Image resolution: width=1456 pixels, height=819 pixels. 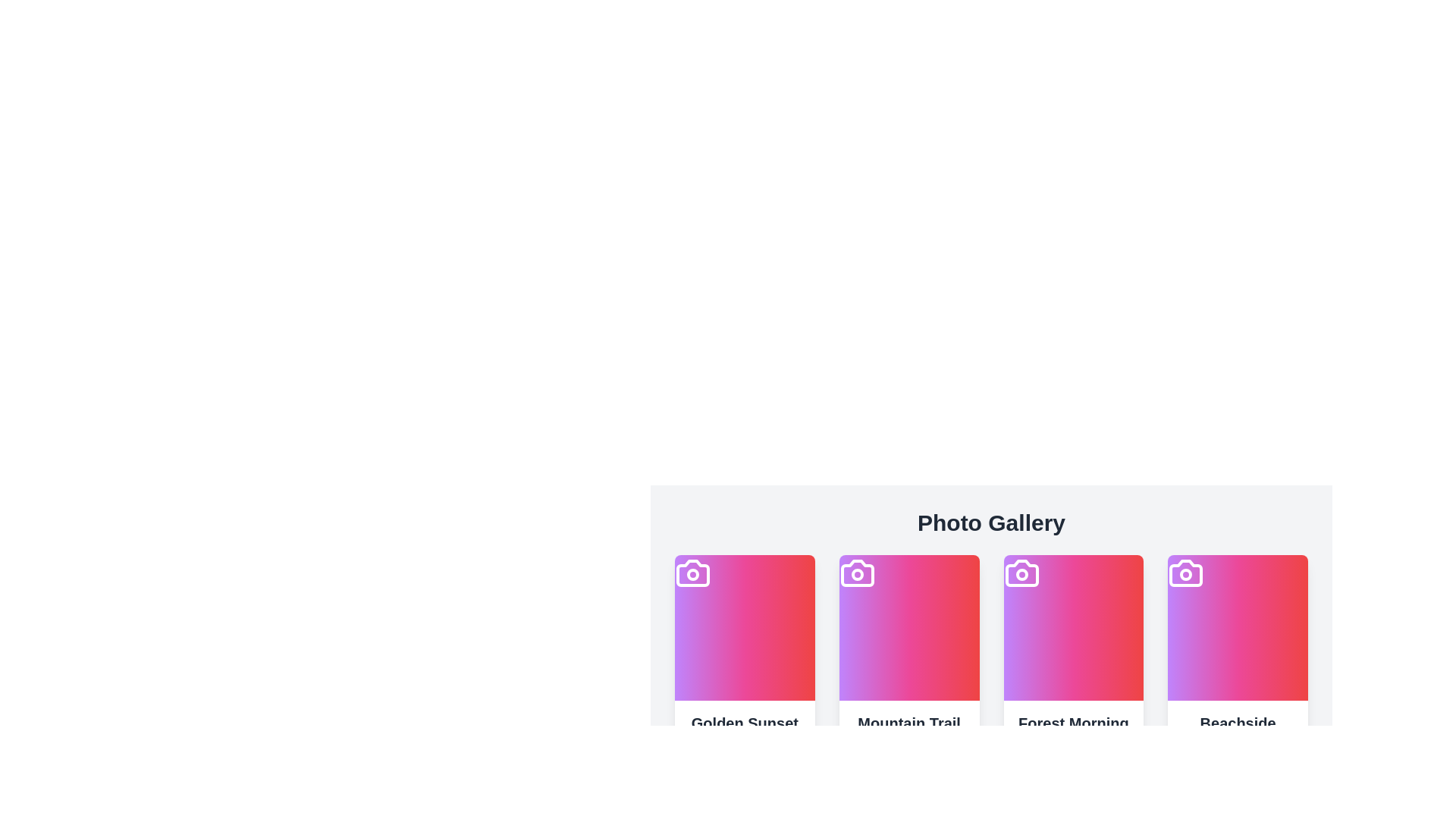 What do you see at coordinates (857, 573) in the screenshot?
I see `the camera icon located at the top-center of the second tile in the 'Photo Gallery' list` at bounding box center [857, 573].